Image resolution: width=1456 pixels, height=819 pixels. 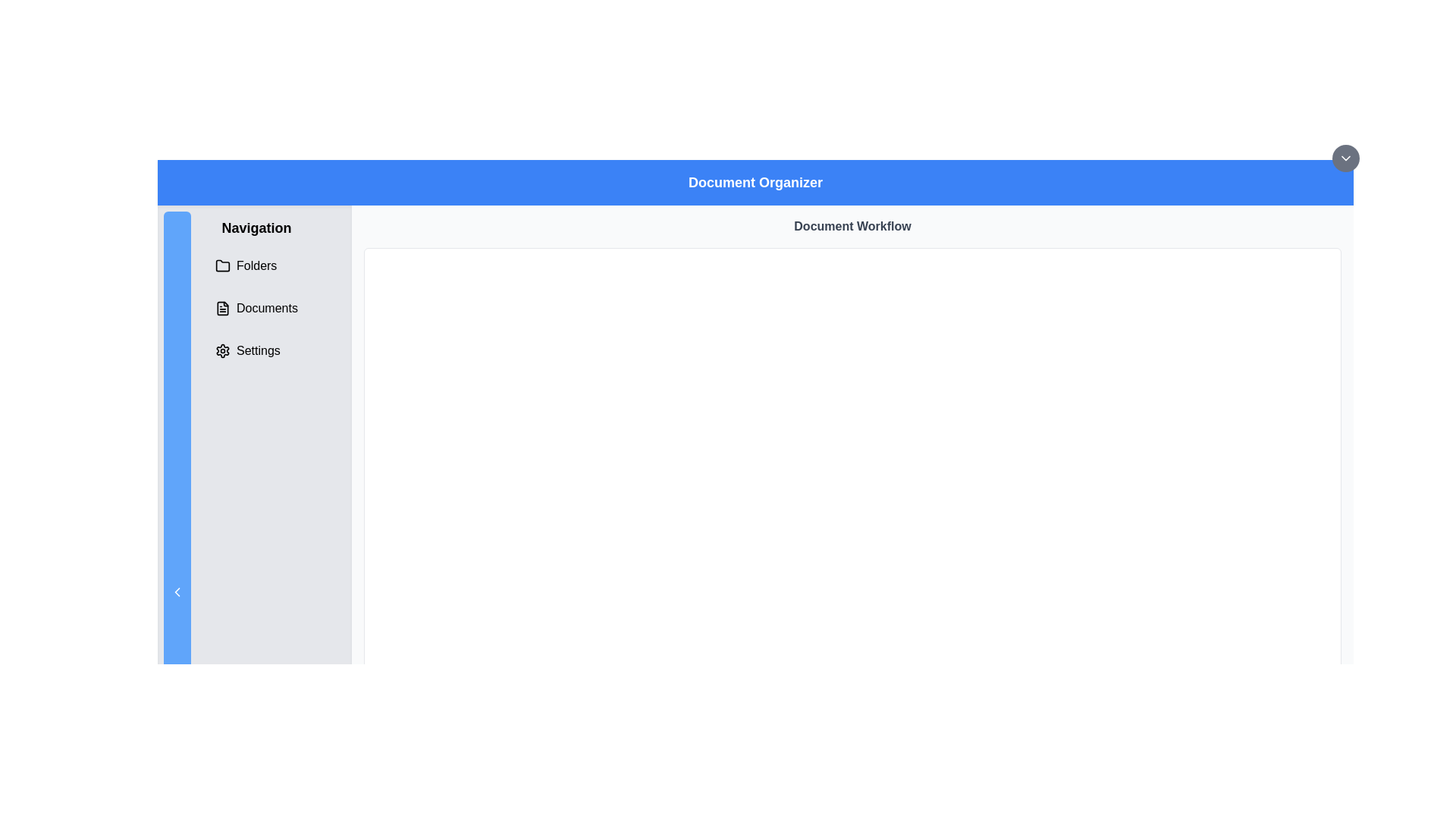 I want to click on the downward-pointing chevron-shaped icon with a thin black outline located on the far right side of the top blue header bar, so click(x=1346, y=158).